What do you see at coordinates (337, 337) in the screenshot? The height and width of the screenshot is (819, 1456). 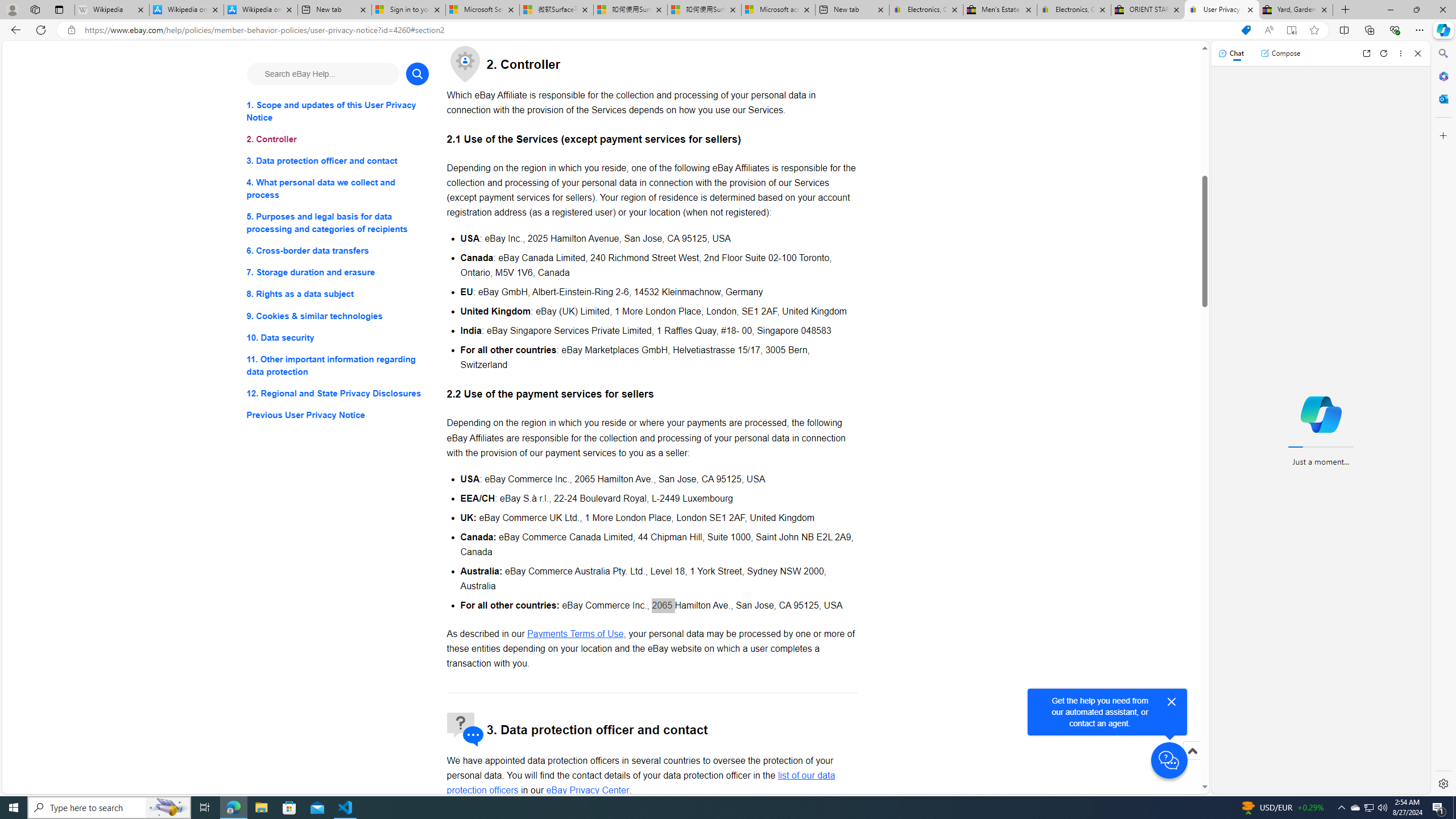 I see `'10. Data security'` at bounding box center [337, 337].